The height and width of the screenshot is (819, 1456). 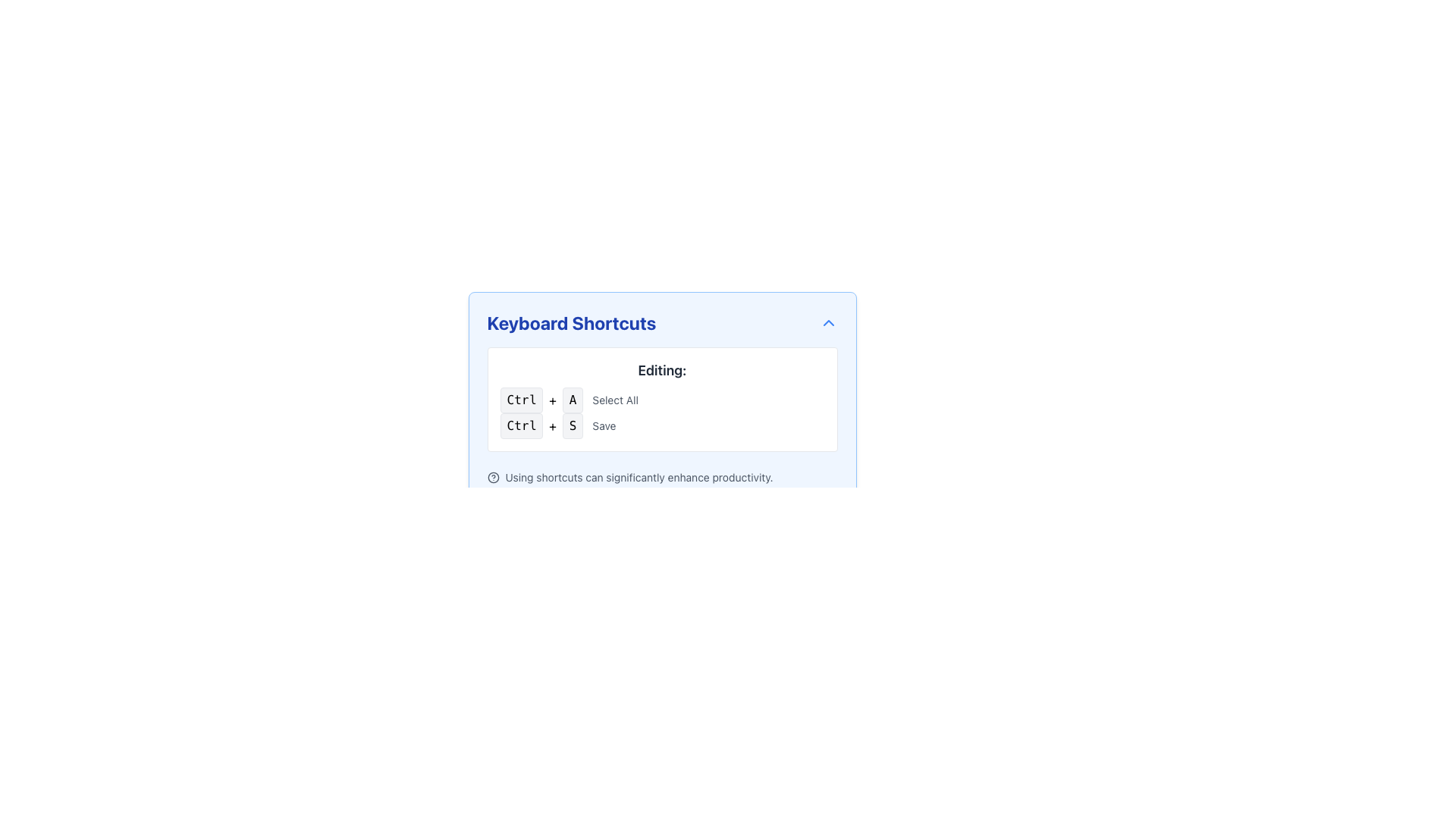 I want to click on the text label displaying 'Editing:' which is bold and dark gray, located at the top of the 'Keyboard Shortcuts' panel, so click(x=662, y=371).